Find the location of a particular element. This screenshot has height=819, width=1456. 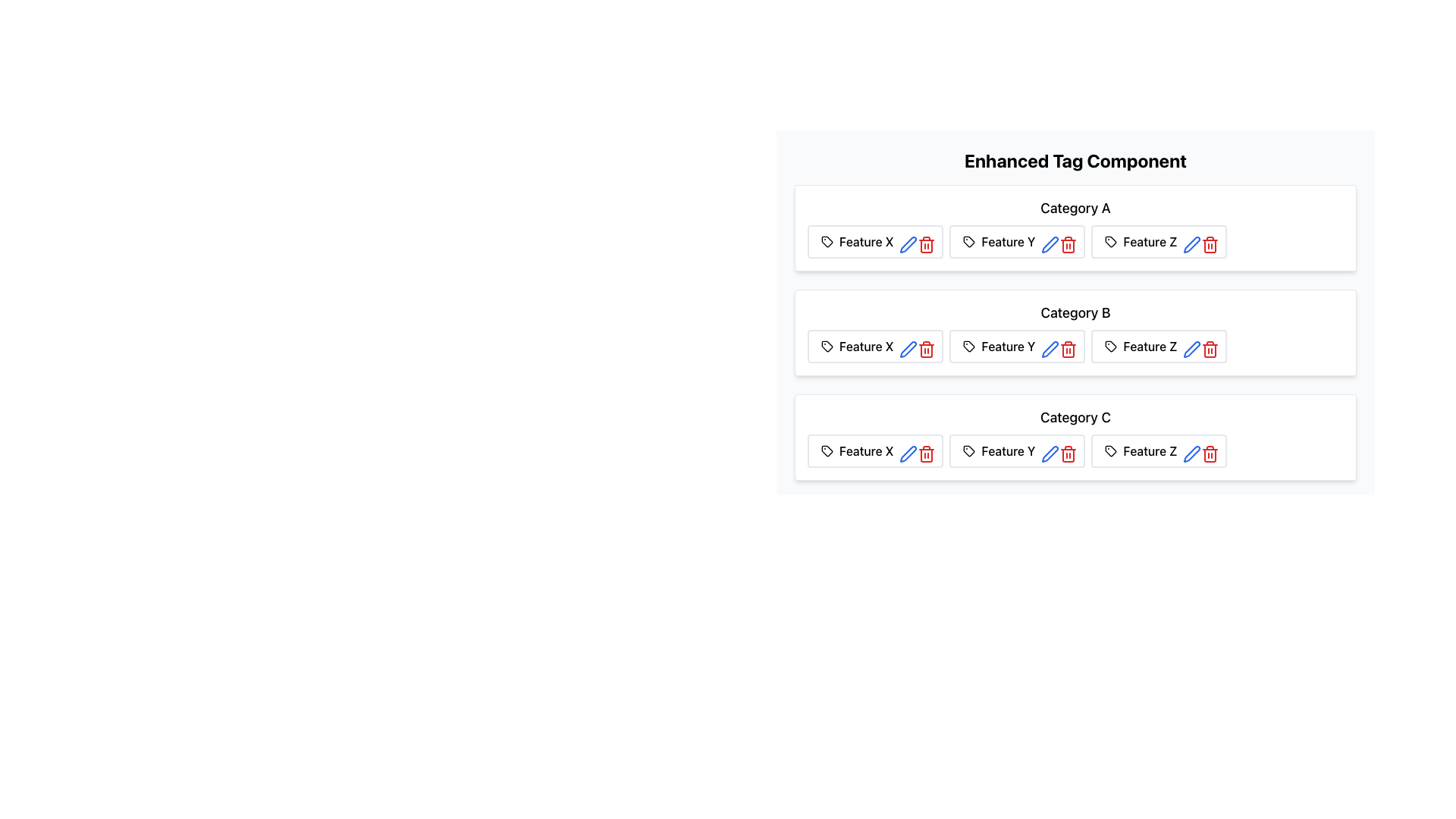

the feature name of the first feature listed under 'Category A', which includes an edit and delete icon for actions is located at coordinates (1075, 241).